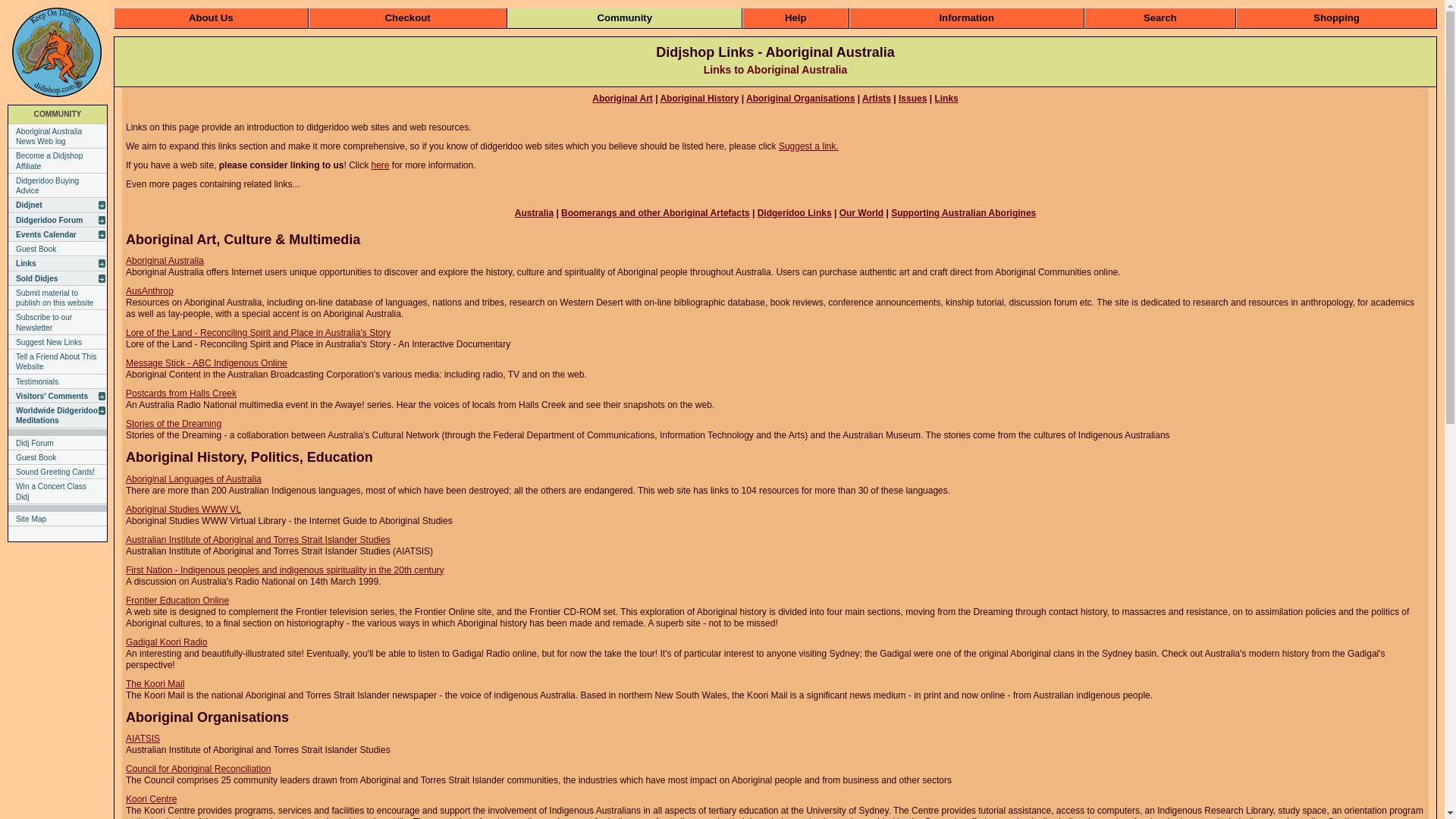  I want to click on 'here', so click(379, 165).